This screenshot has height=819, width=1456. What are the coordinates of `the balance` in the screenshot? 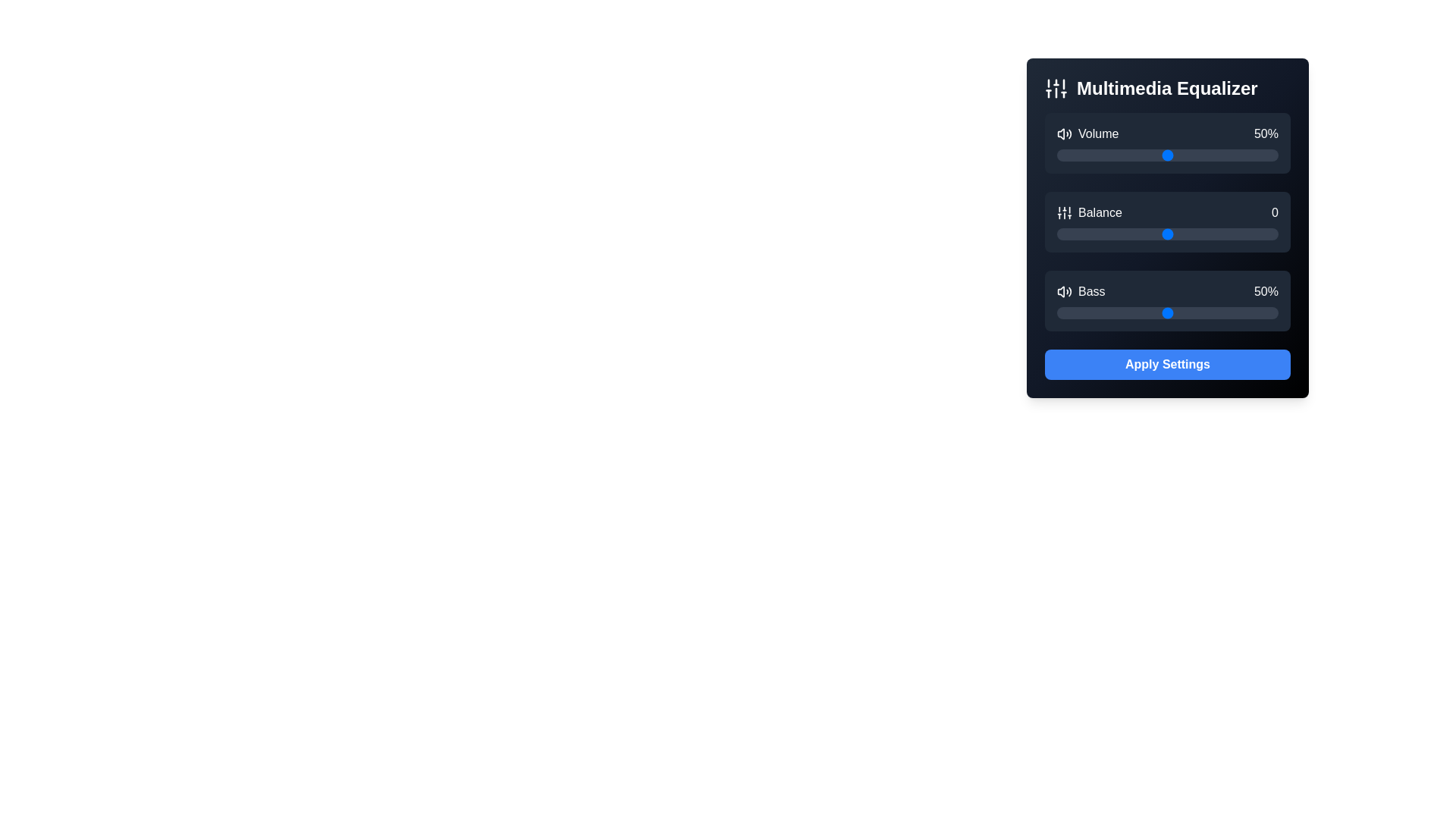 It's located at (1165, 234).